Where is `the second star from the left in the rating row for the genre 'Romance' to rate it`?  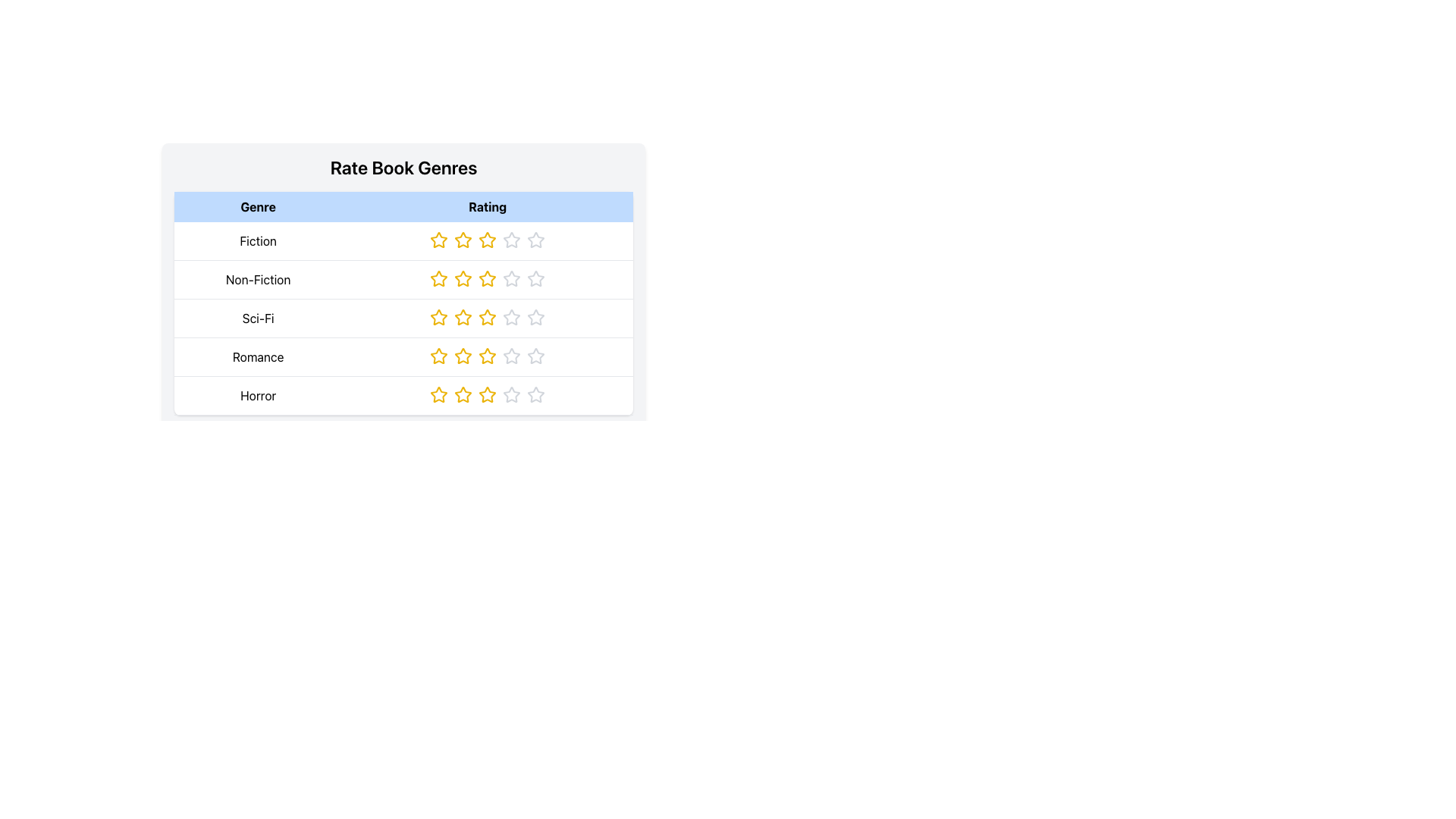
the second star from the left in the rating row for the genre 'Romance' to rate it is located at coordinates (463, 356).